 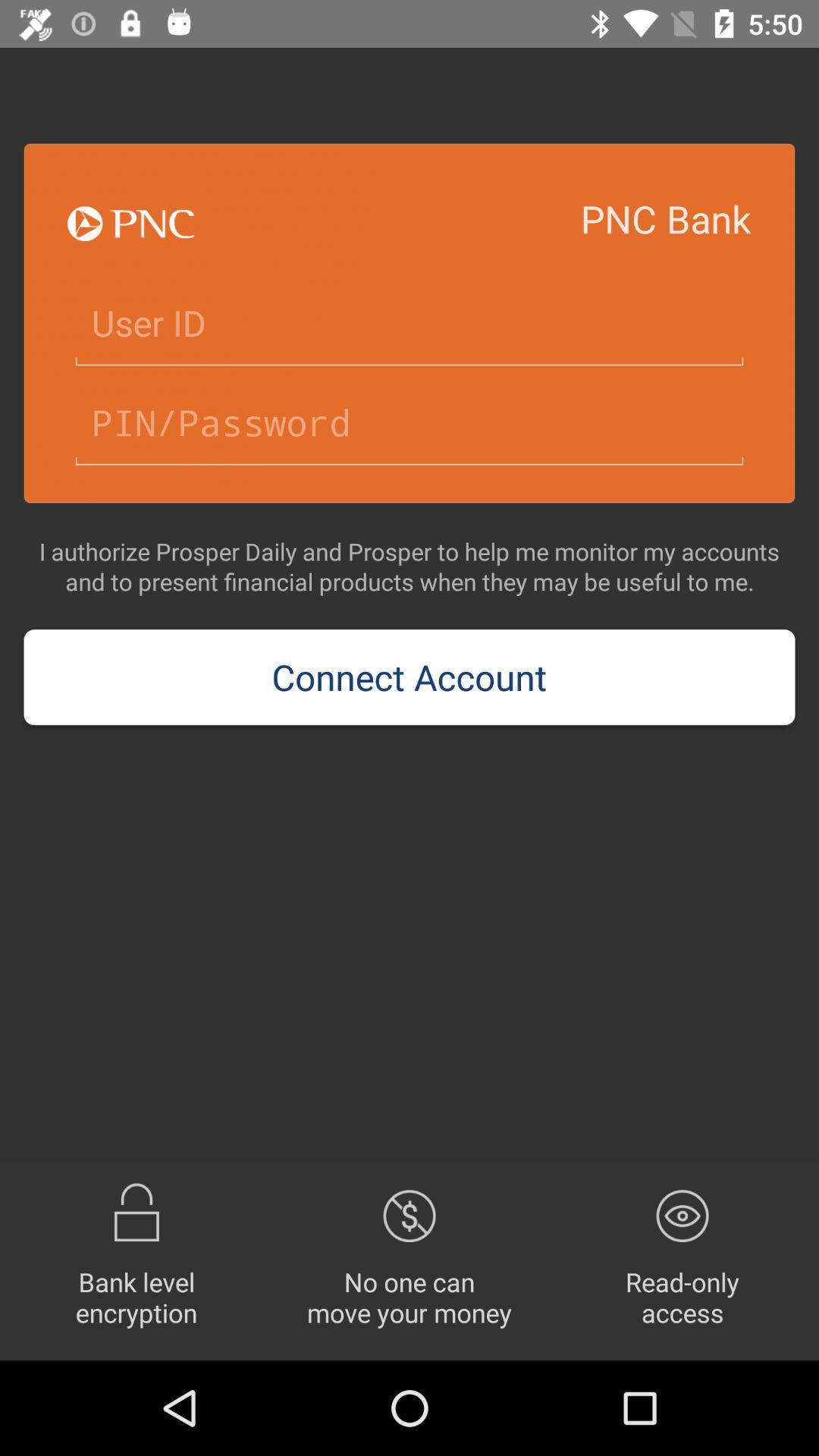 What do you see at coordinates (409, 323) in the screenshot?
I see `id text input` at bounding box center [409, 323].